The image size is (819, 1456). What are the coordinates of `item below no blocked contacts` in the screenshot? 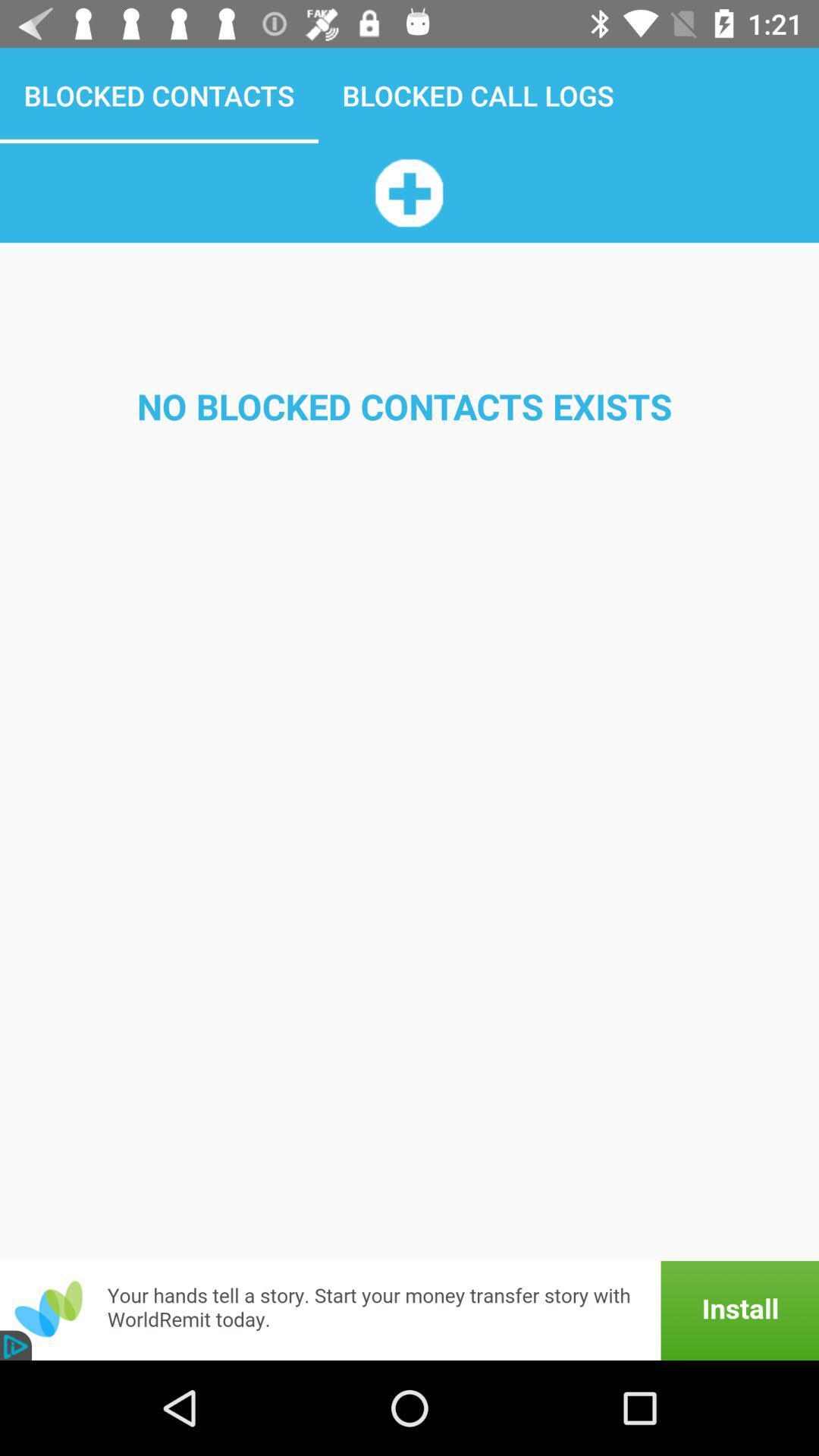 It's located at (409, 1310).